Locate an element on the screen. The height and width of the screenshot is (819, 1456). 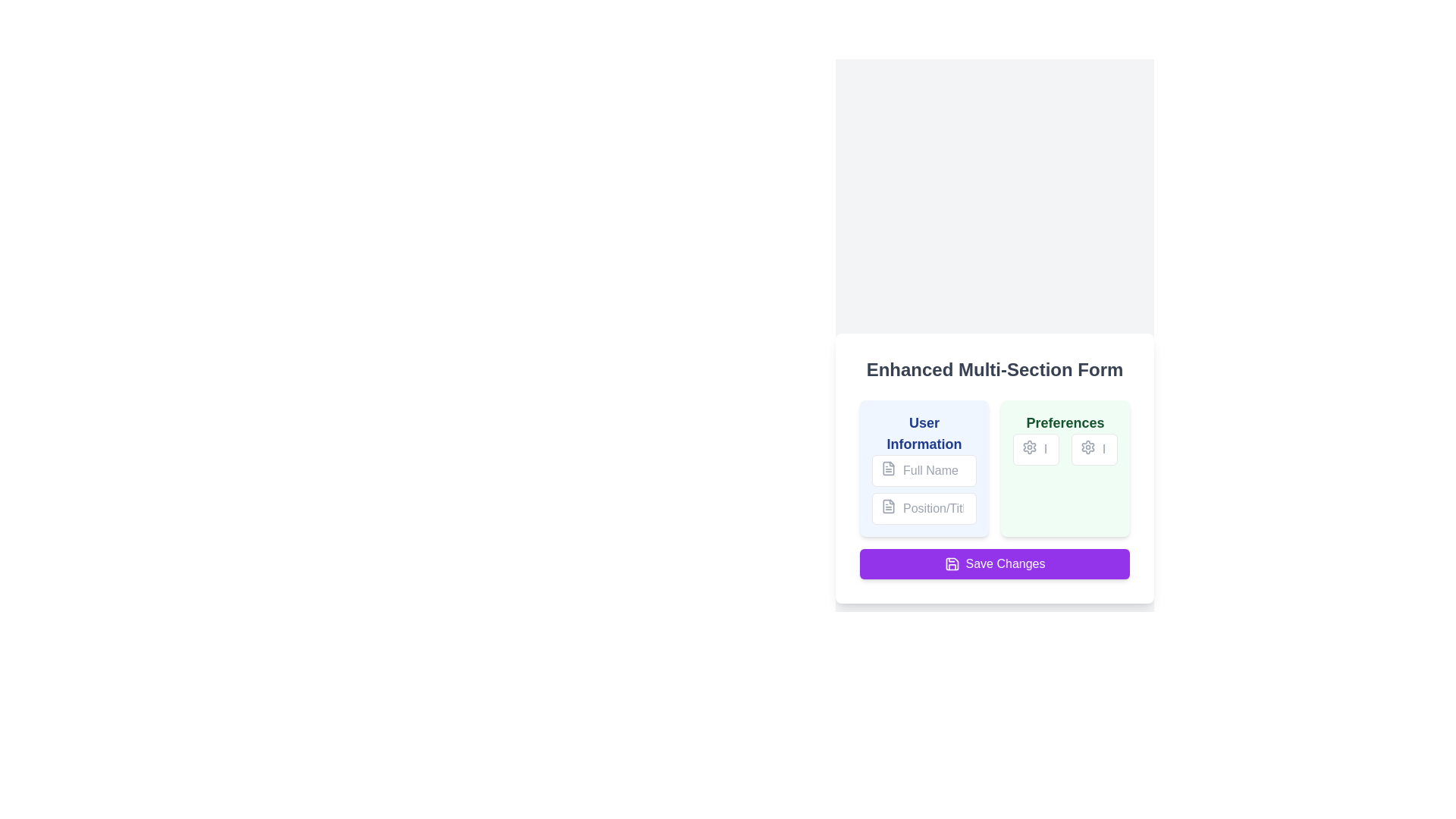
the settings icon, which is a light gray cog or gear located in the Preferences section of the form is located at coordinates (1030, 447).